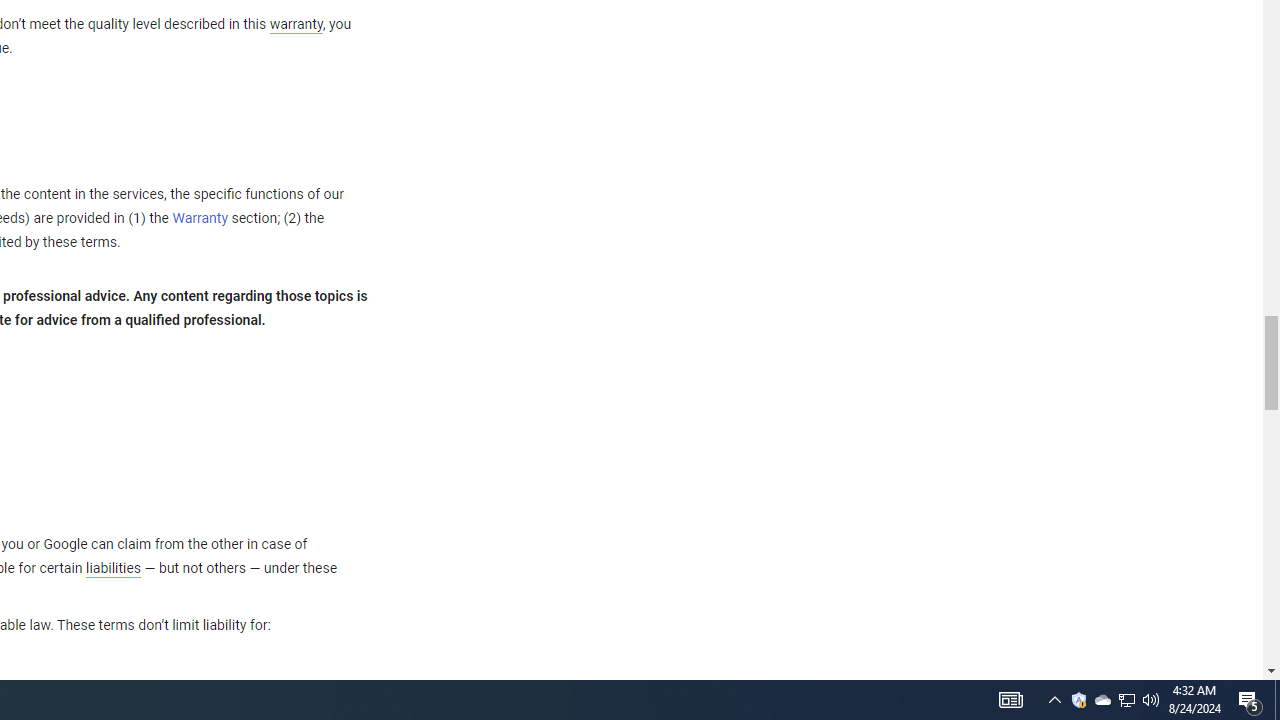  What do you see at coordinates (294, 25) in the screenshot?
I see `'warranty'` at bounding box center [294, 25].